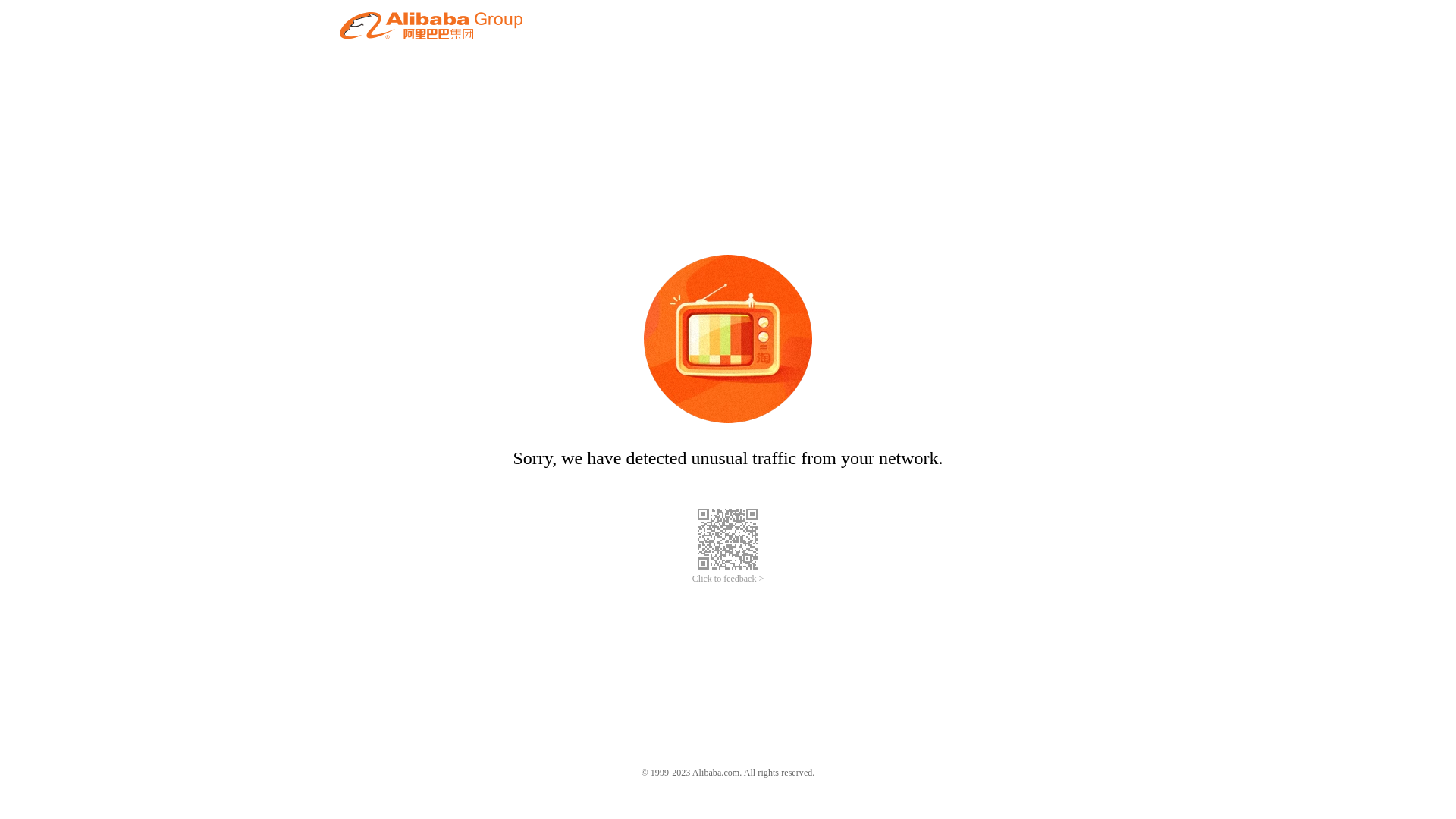  What do you see at coordinates (728, 579) in the screenshot?
I see `'Click to feedback >'` at bounding box center [728, 579].